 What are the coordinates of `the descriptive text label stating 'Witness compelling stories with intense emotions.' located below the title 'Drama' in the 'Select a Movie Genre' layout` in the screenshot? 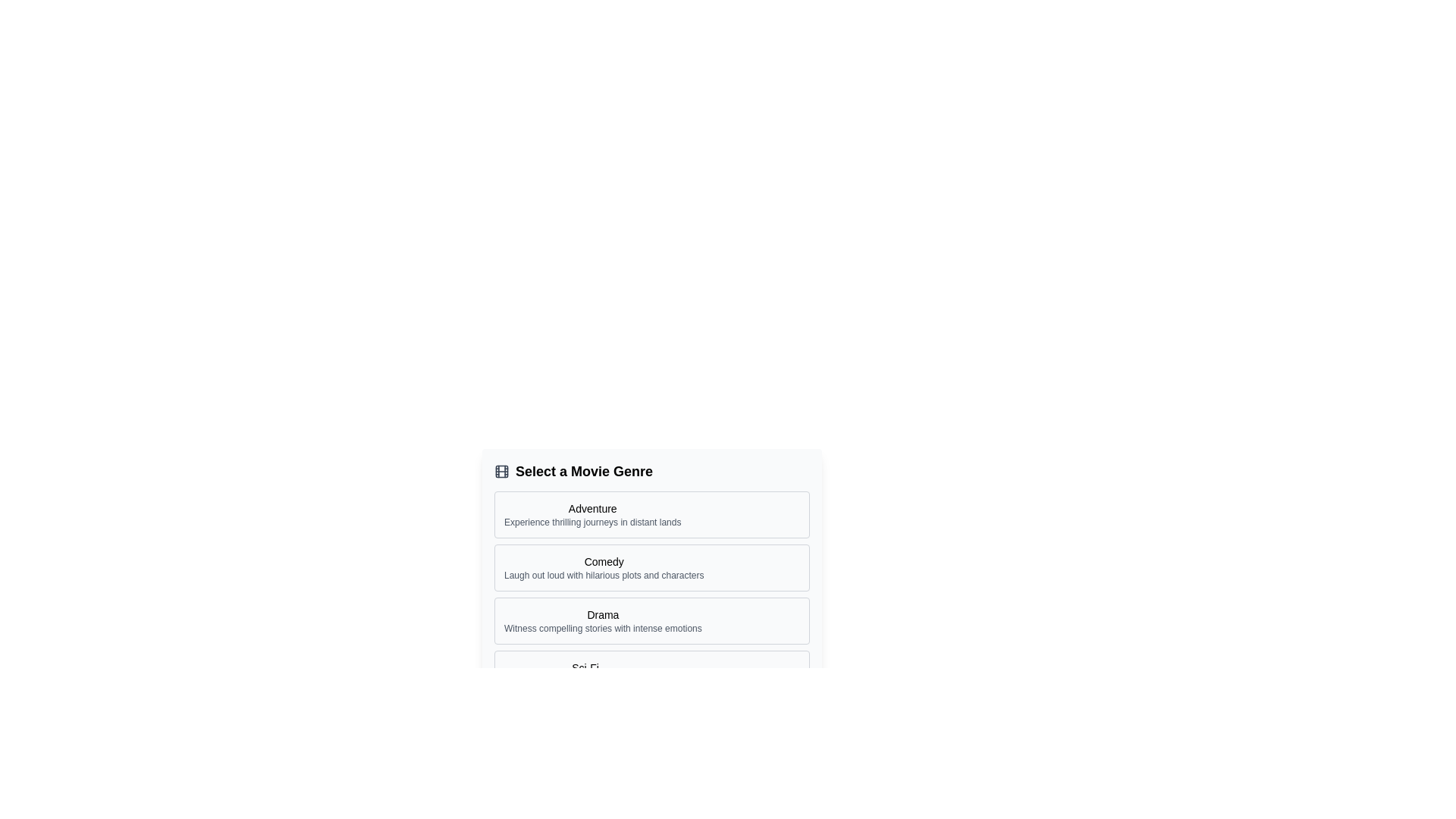 It's located at (602, 629).